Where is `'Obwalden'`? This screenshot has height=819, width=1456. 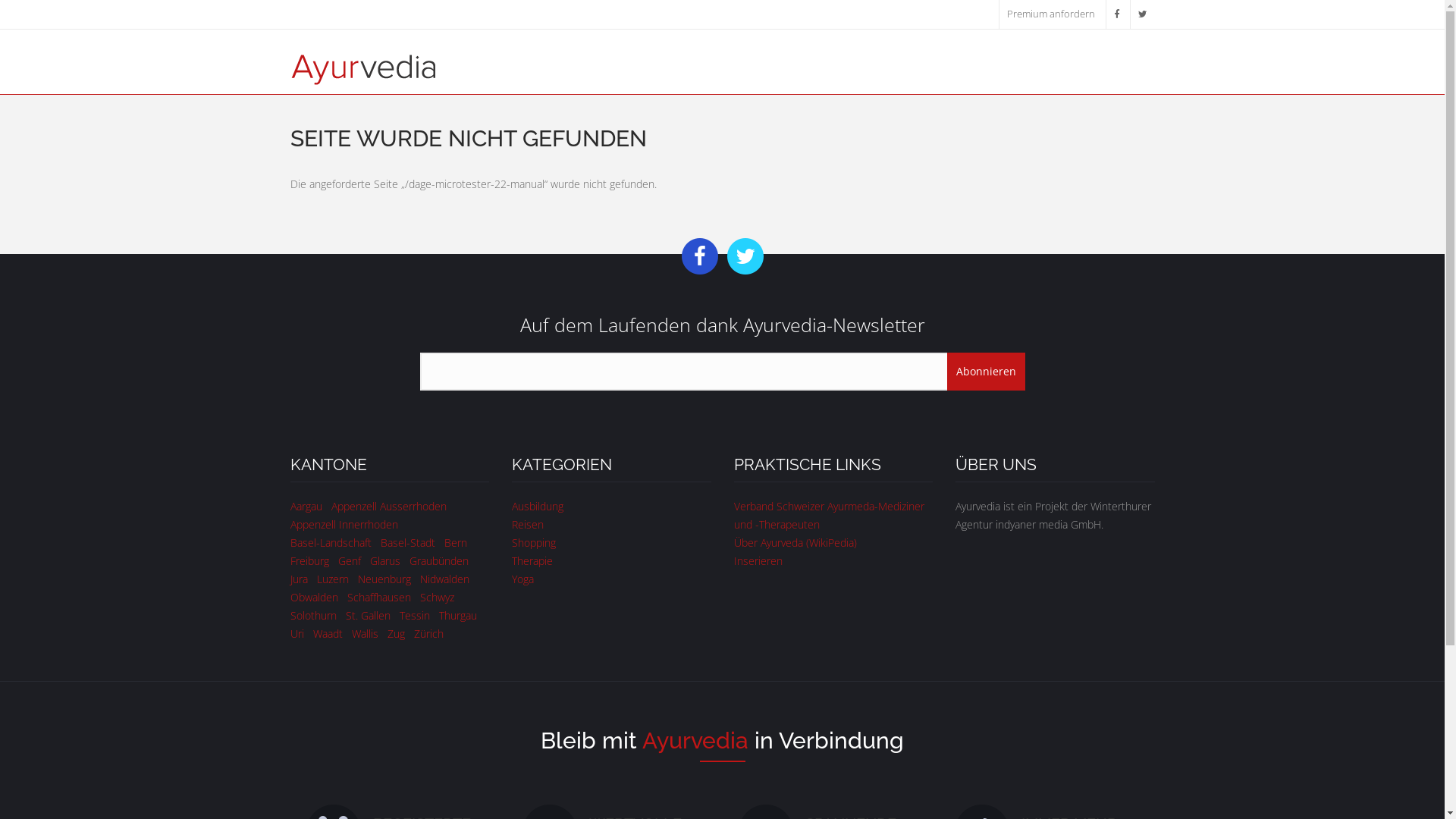
'Obwalden' is located at coordinates (290, 596).